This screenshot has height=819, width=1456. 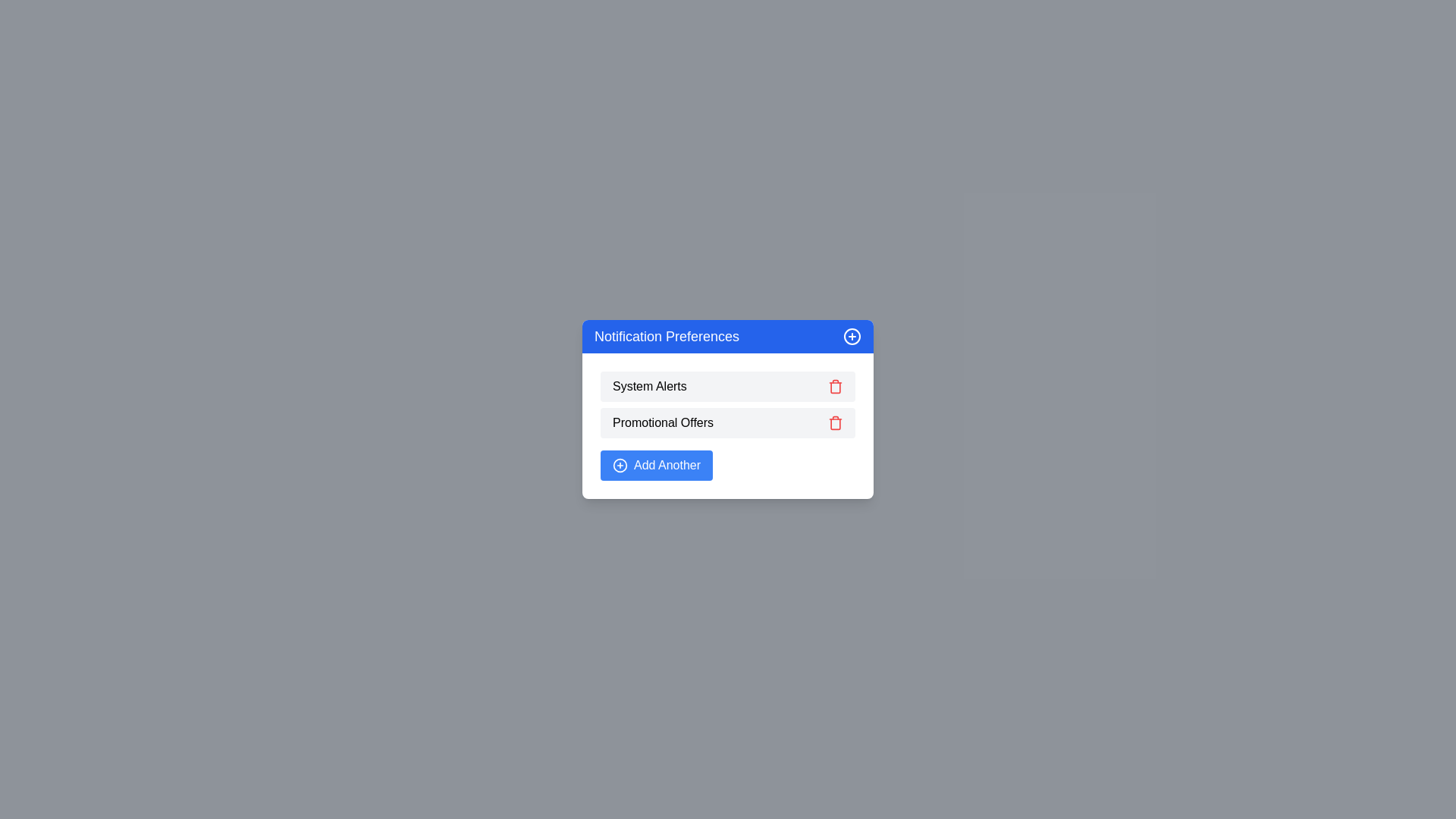 I want to click on the outlined circle icon with a plus symbol inside it, which is positioned to the left of the 'Add Another' button, so click(x=620, y=464).